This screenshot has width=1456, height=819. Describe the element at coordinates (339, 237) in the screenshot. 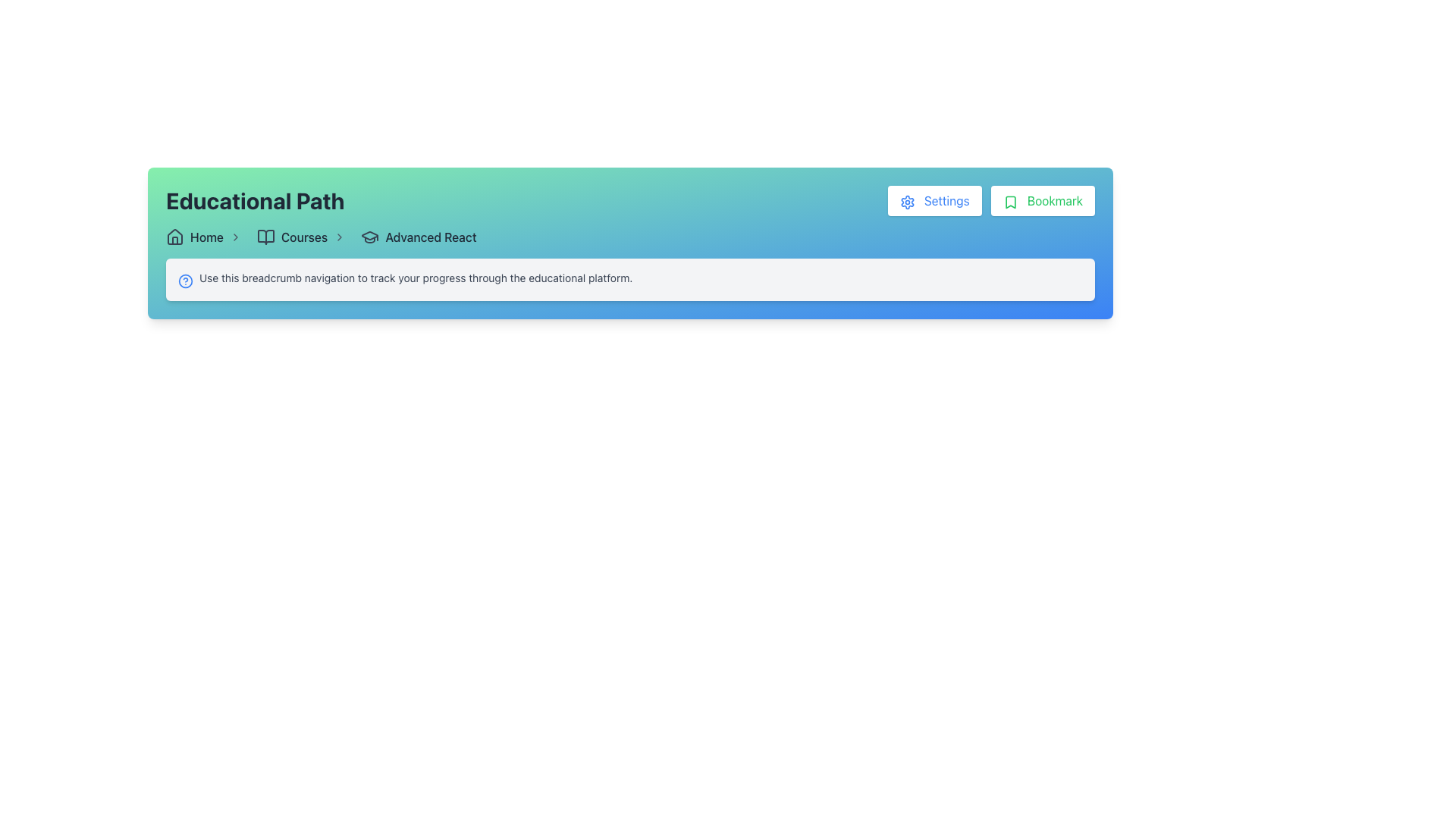

I see `the breadcrumb navigation icon that separates 'Courses' from the next level in the hierarchy` at that location.